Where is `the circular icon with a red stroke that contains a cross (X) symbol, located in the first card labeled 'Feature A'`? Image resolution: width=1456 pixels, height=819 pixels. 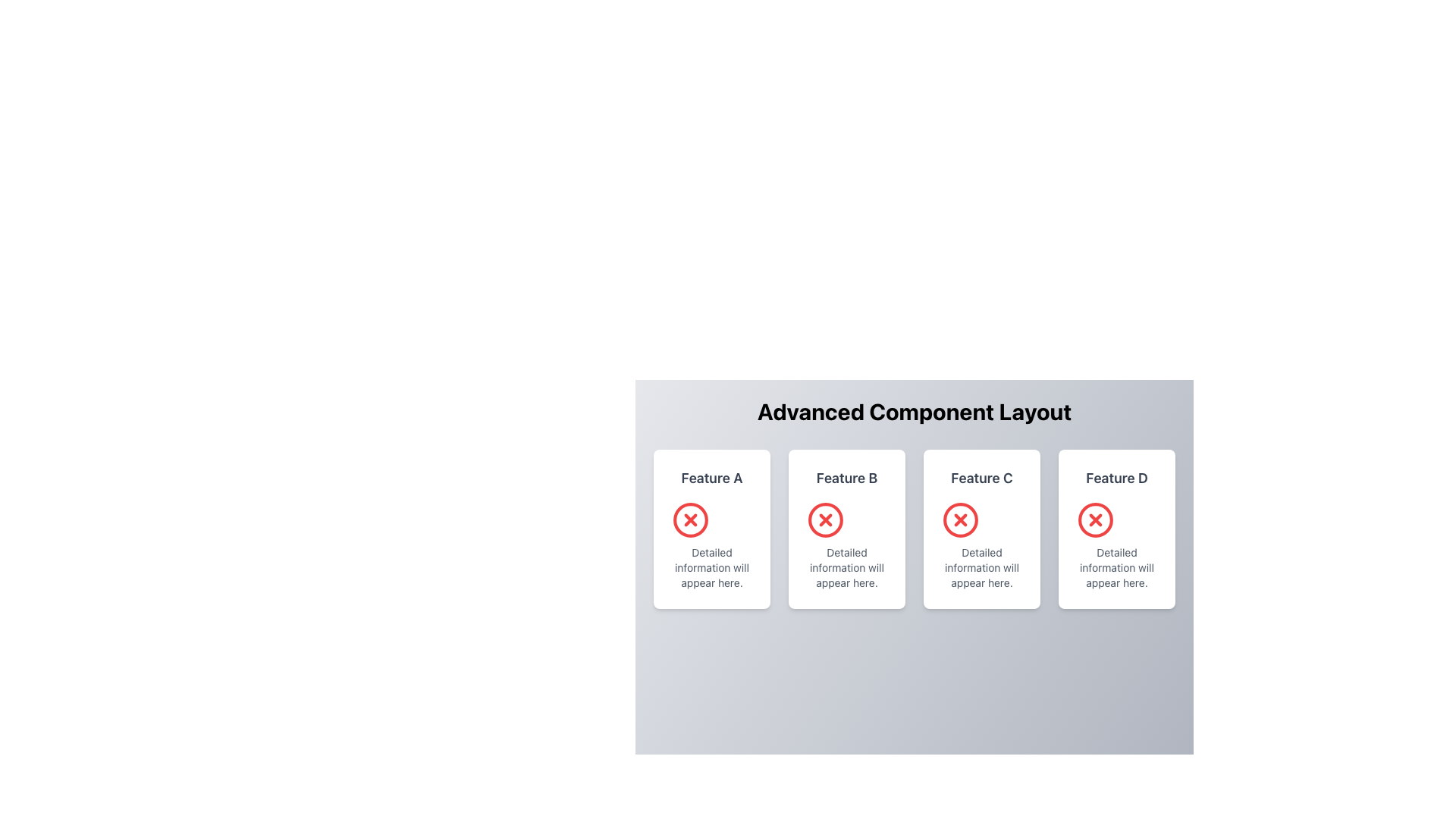
the circular icon with a red stroke that contains a cross (X) symbol, located in the first card labeled 'Feature A' is located at coordinates (690, 519).